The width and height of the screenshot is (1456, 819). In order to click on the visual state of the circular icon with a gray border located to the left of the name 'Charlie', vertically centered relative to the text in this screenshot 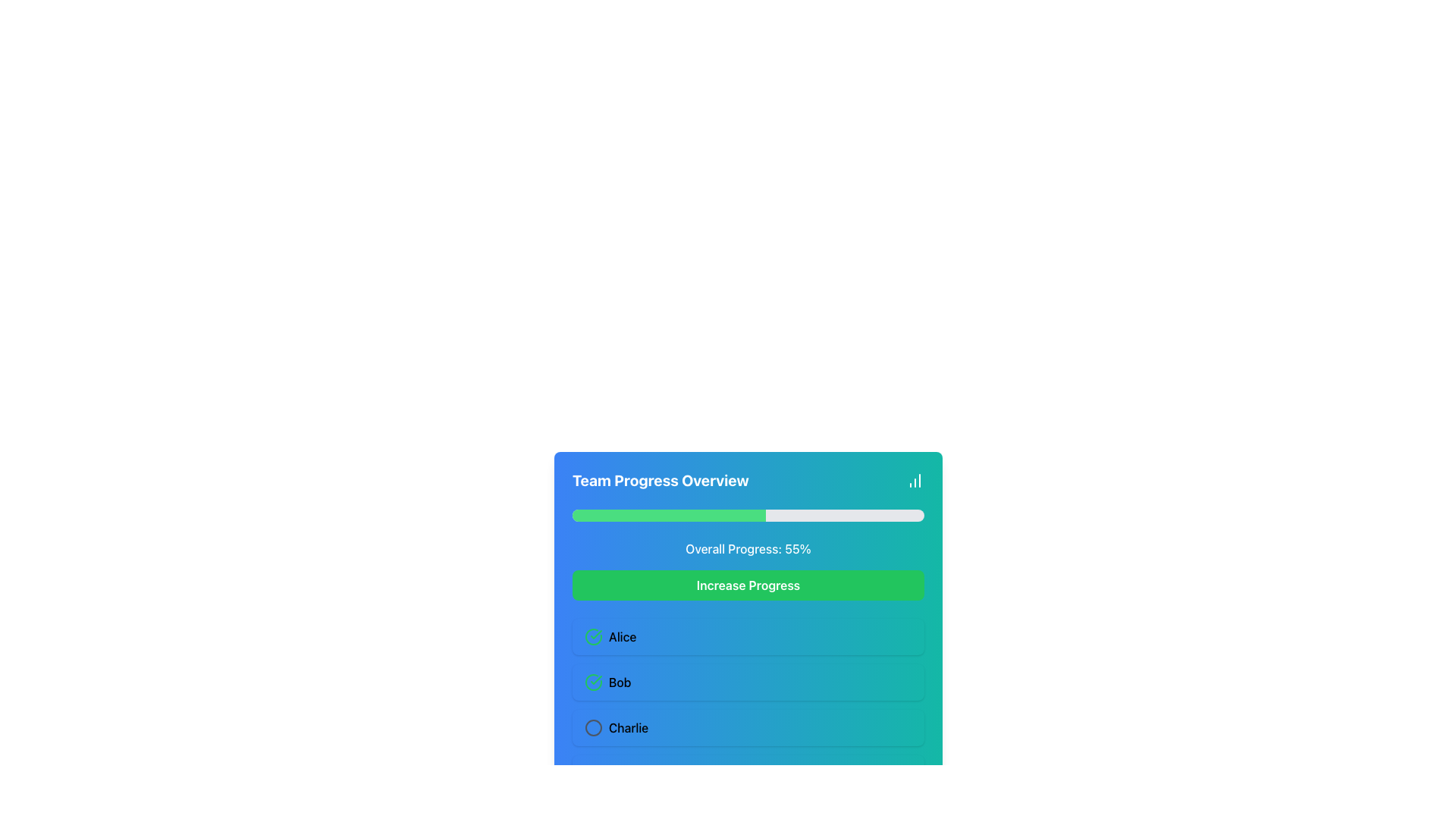, I will do `click(592, 727)`.